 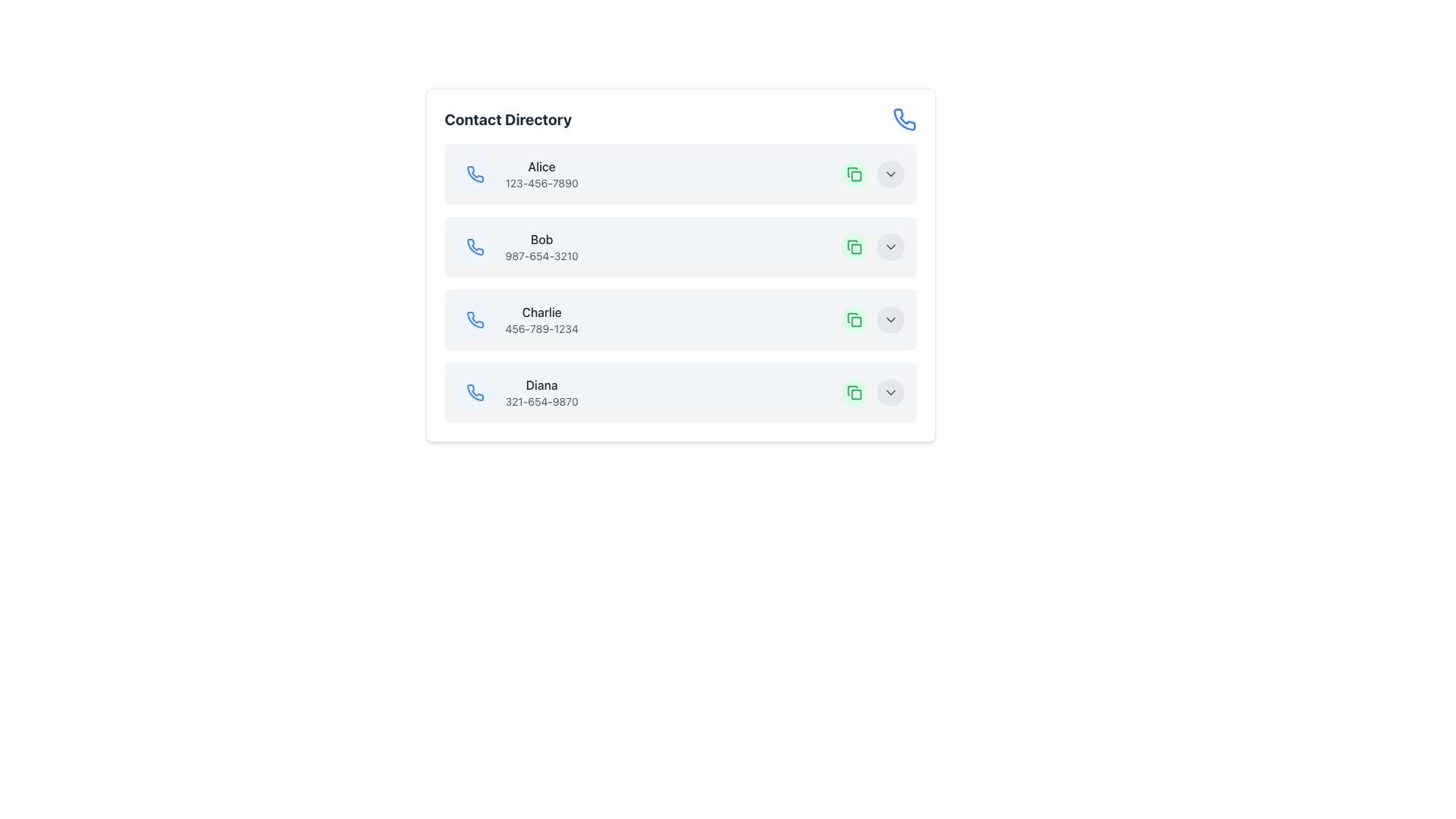 What do you see at coordinates (517, 318) in the screenshot?
I see `the Contact Entry Row displaying the name 'Charlie' and phone number '456-789-1234', which is the third row in the contact directory` at bounding box center [517, 318].